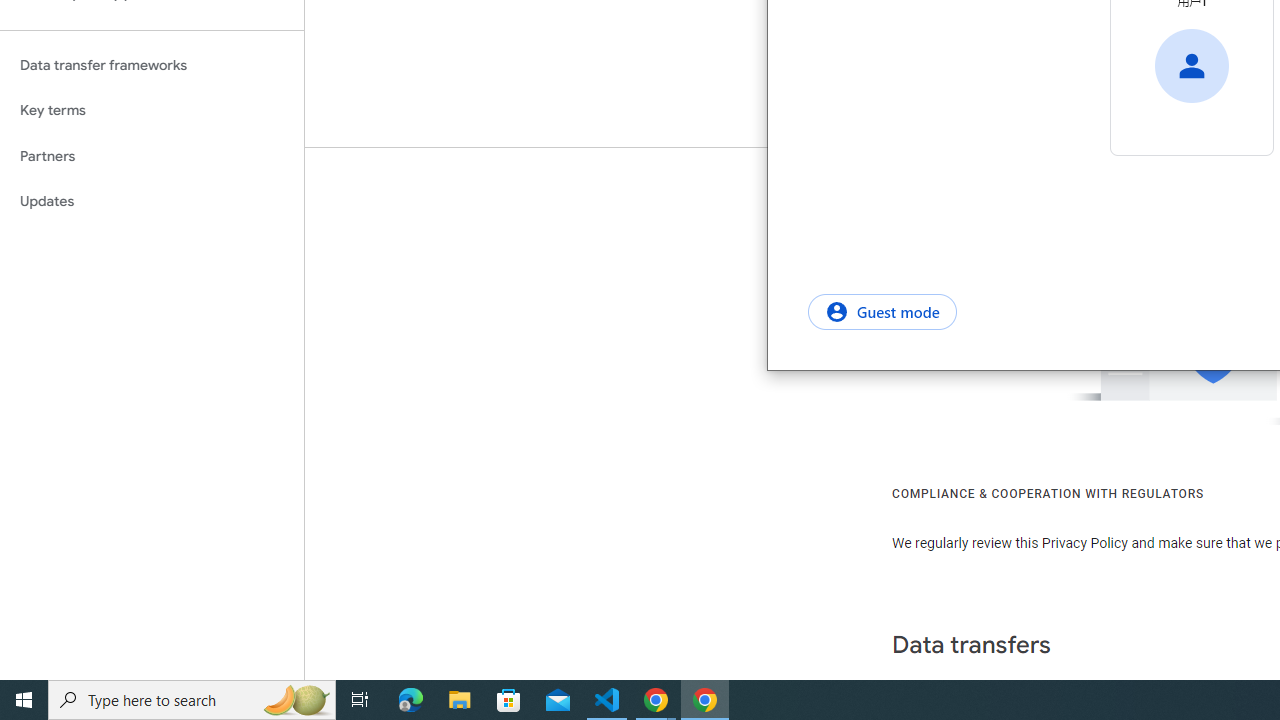  I want to click on 'File Explorer', so click(459, 698).